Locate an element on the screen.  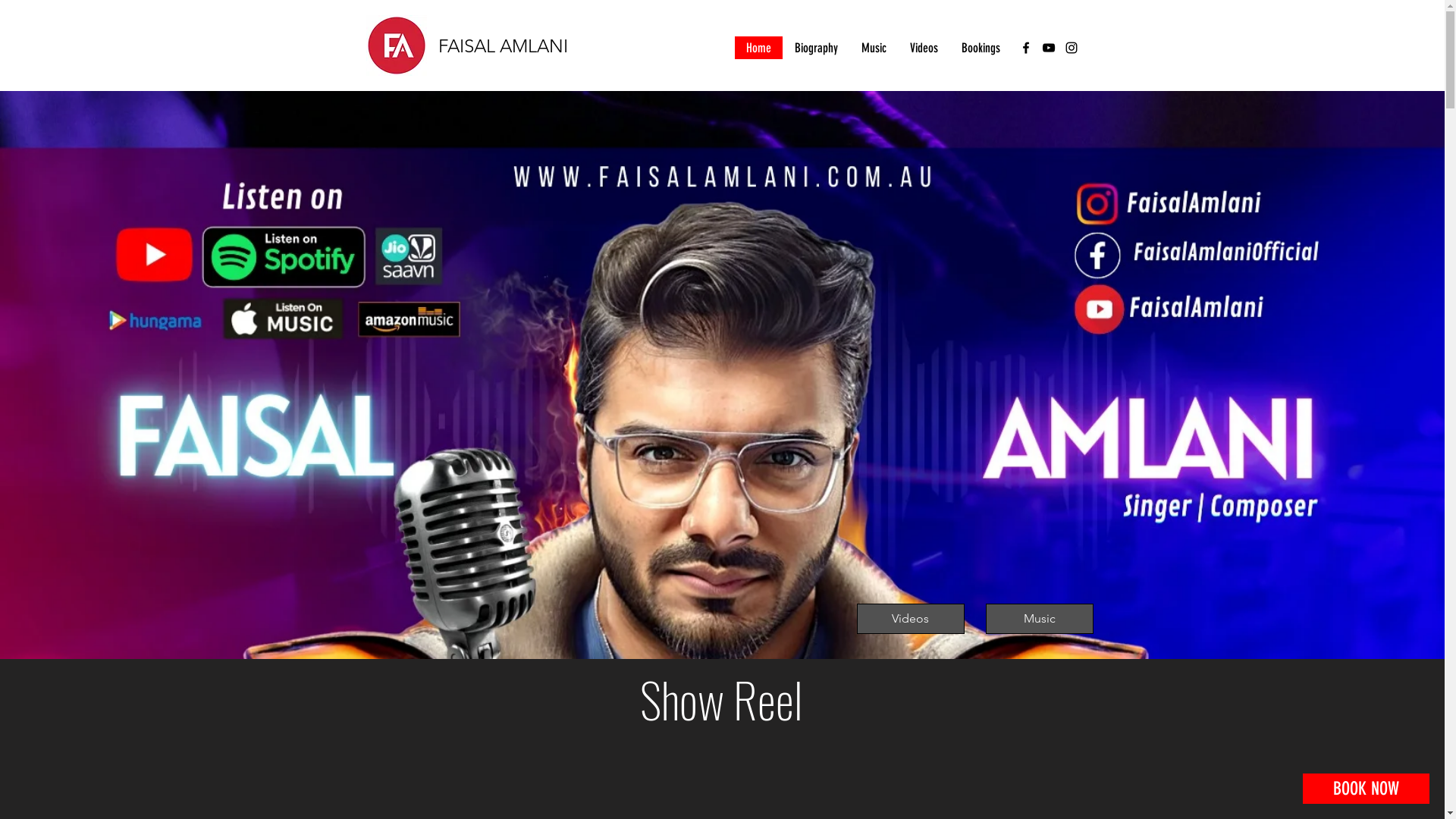
'BOOK NOW' is located at coordinates (1366, 788).